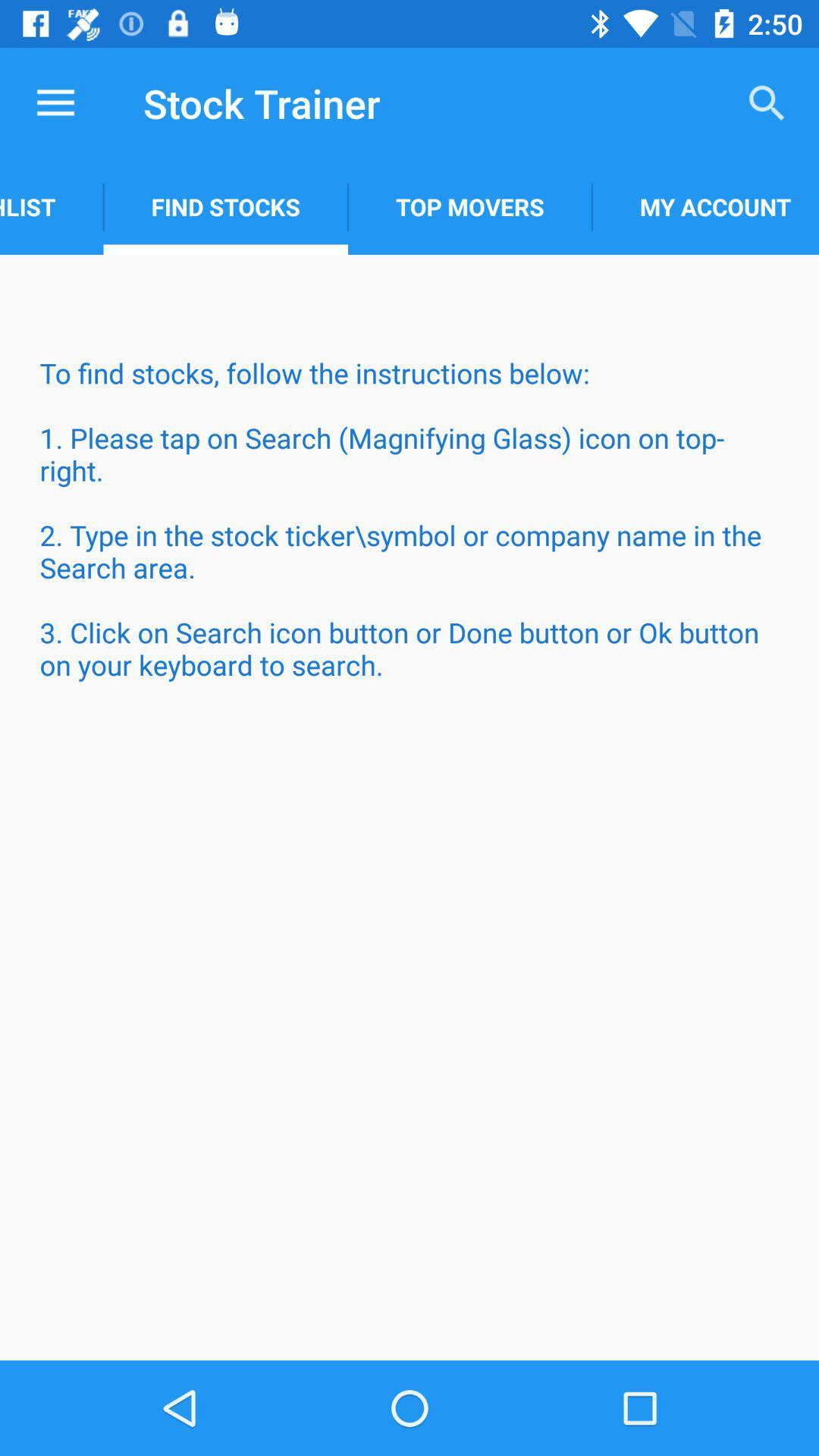 This screenshot has width=819, height=1456. What do you see at coordinates (469, 206) in the screenshot?
I see `app next to my account` at bounding box center [469, 206].